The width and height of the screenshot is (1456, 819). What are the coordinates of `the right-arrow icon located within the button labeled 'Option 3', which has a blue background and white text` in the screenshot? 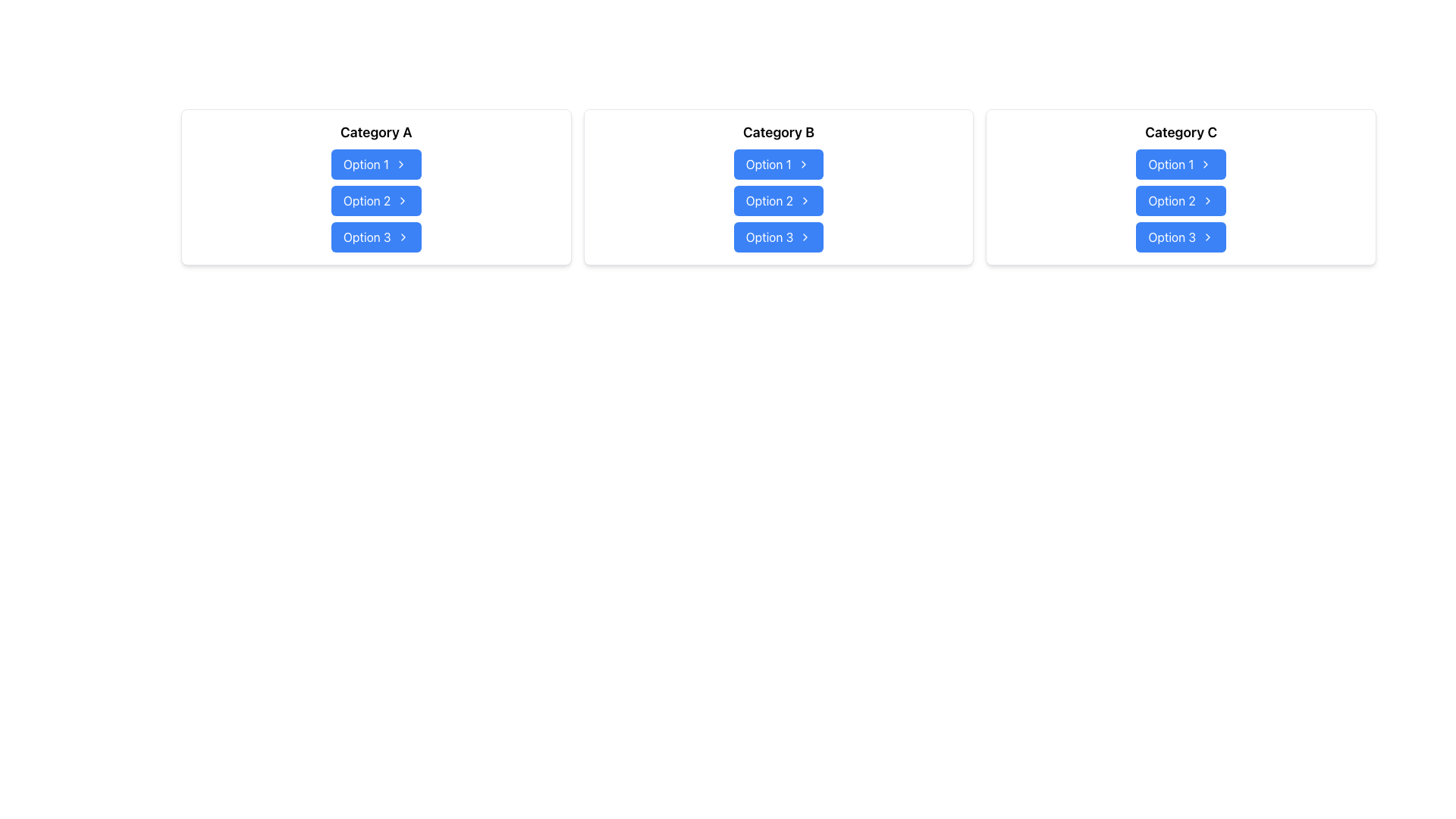 It's located at (805, 237).